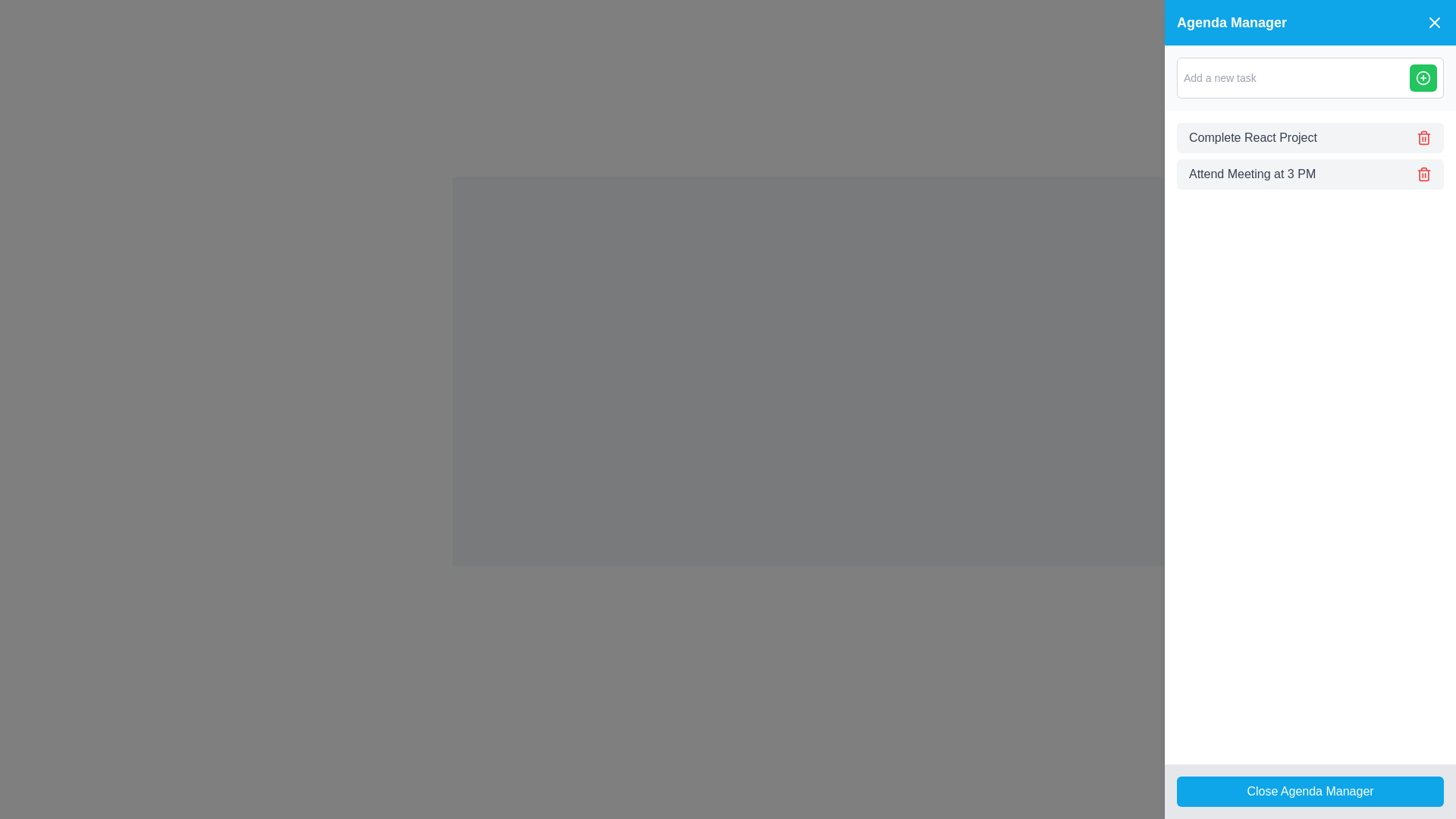 Image resolution: width=1456 pixels, height=819 pixels. I want to click on text content of the Text Label located in the Agenda Manager panel, positioned left of the delete button icon, so click(1252, 174).